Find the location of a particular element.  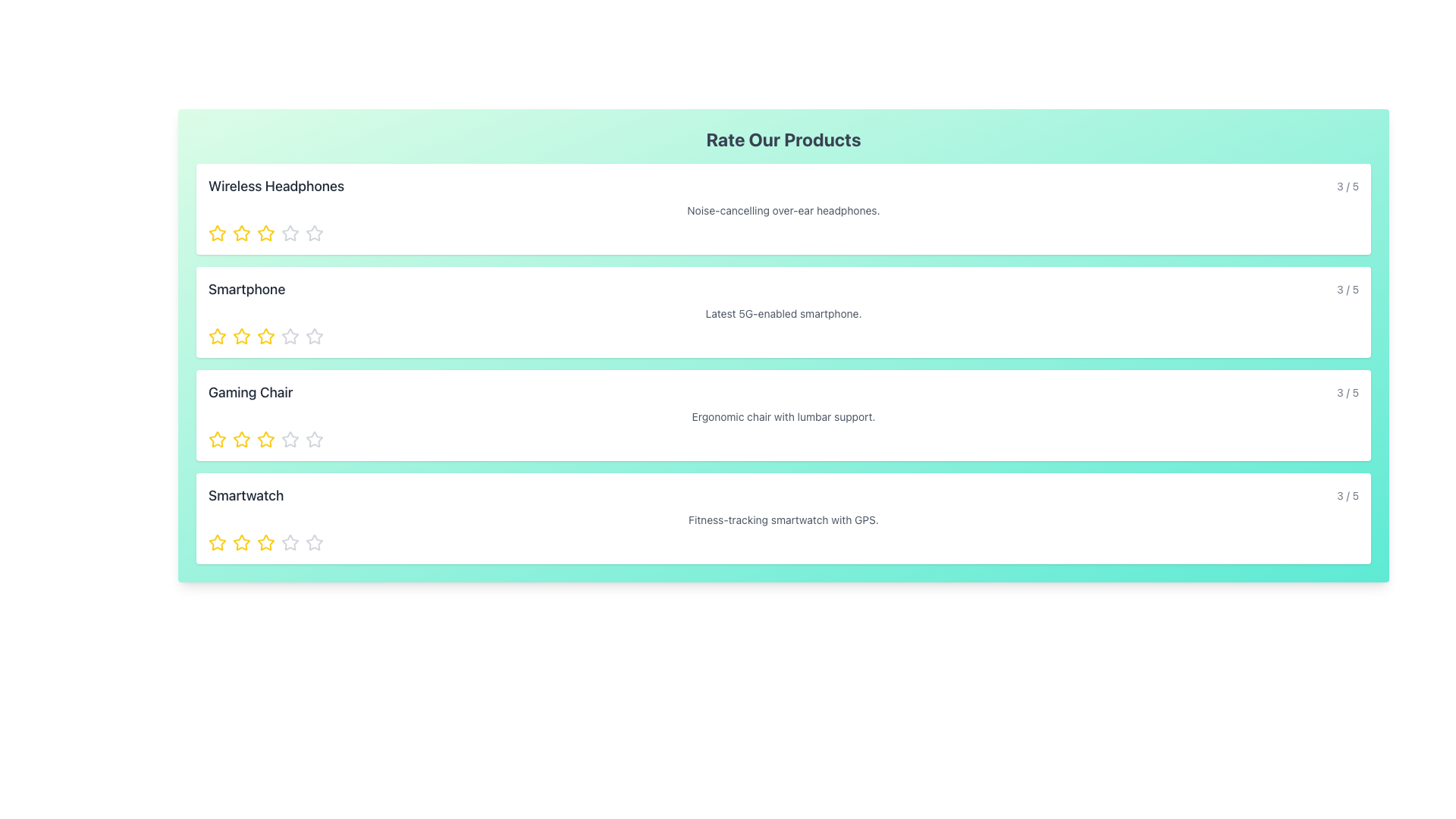

the fifth star in the row of stars to rate the 'Smartwatch' item is located at coordinates (313, 542).